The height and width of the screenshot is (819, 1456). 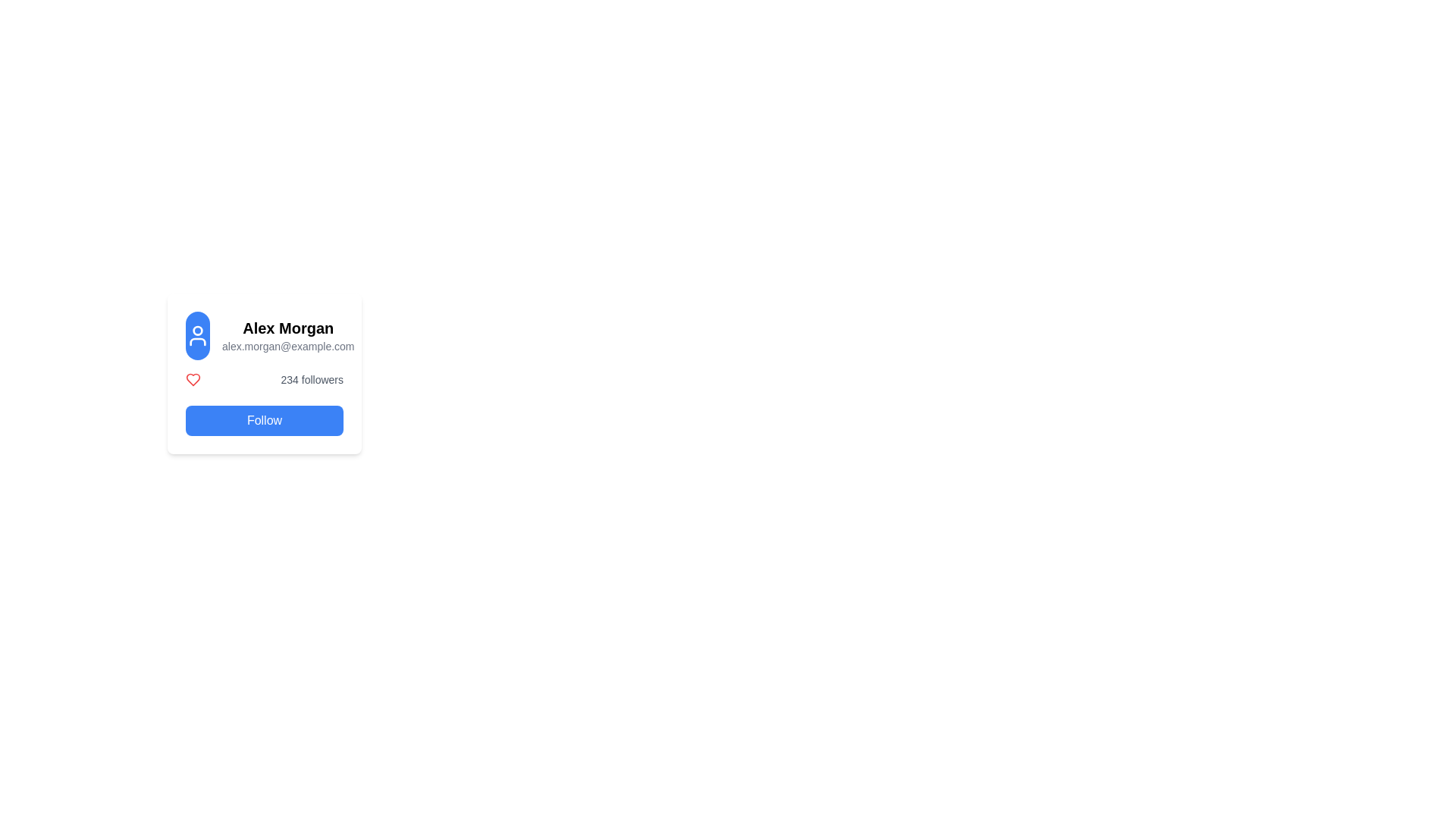 What do you see at coordinates (288, 327) in the screenshot?
I see `the Text Label displaying the name 'Alex Morgan', which serves as a user identifier within the profile card on the left side of the interface` at bounding box center [288, 327].